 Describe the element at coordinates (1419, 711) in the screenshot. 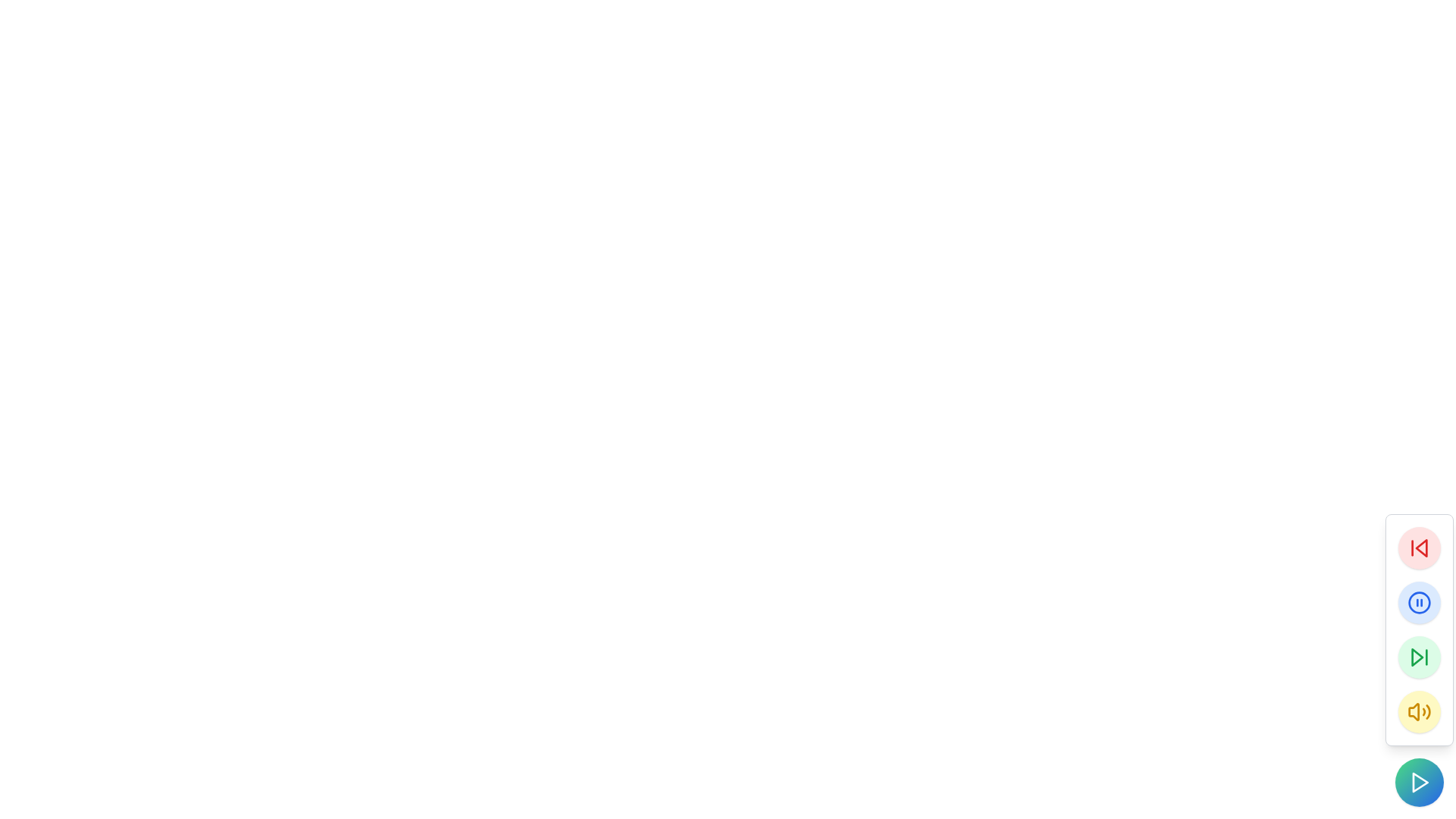

I see `the fourth circular button with a yellow background in the vertical control panel on the right side of the interface` at that location.